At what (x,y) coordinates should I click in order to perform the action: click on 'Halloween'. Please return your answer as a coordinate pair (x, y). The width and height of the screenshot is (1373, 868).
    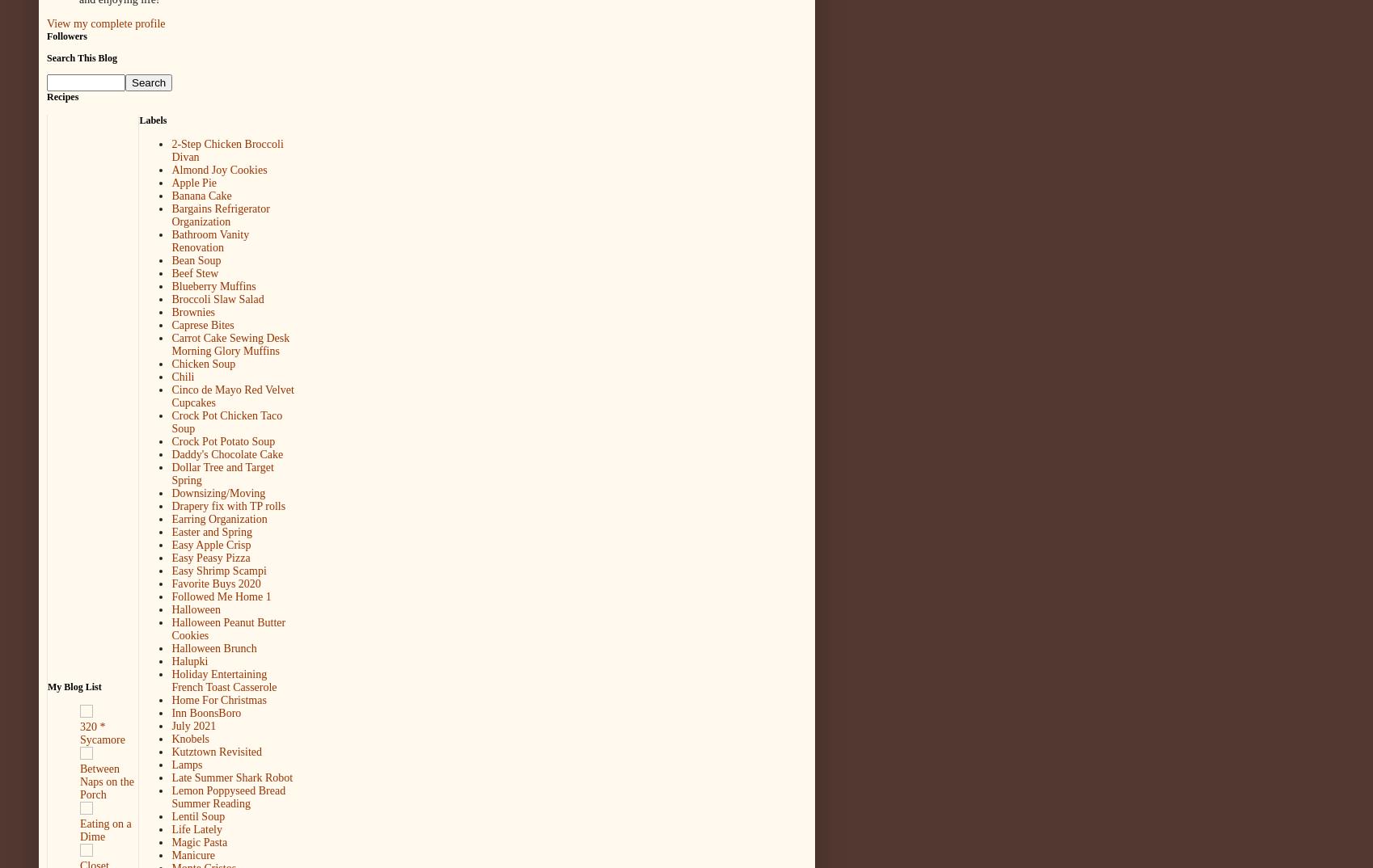
    Looking at the image, I should click on (196, 609).